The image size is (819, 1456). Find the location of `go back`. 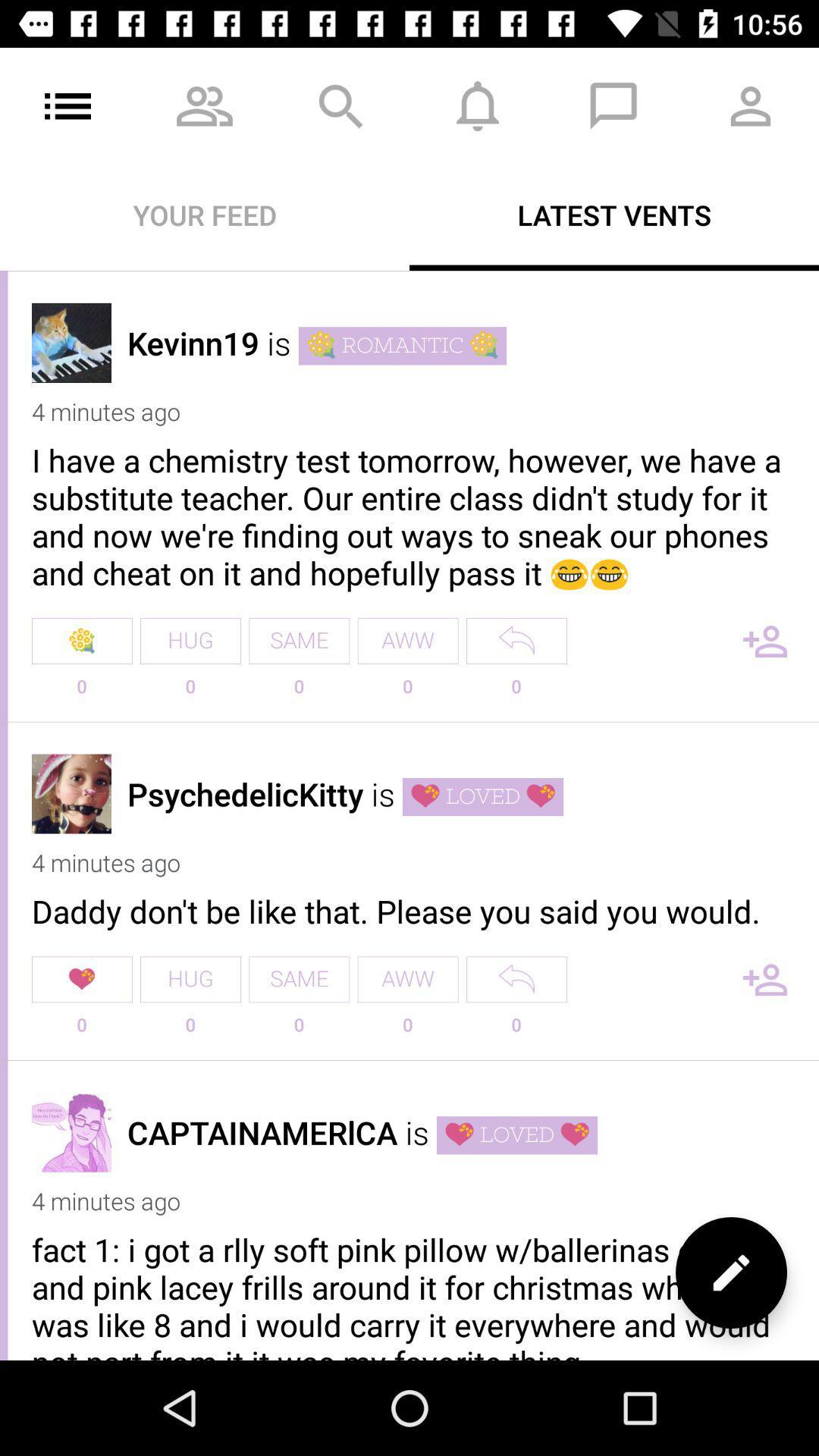

go back is located at coordinates (516, 979).